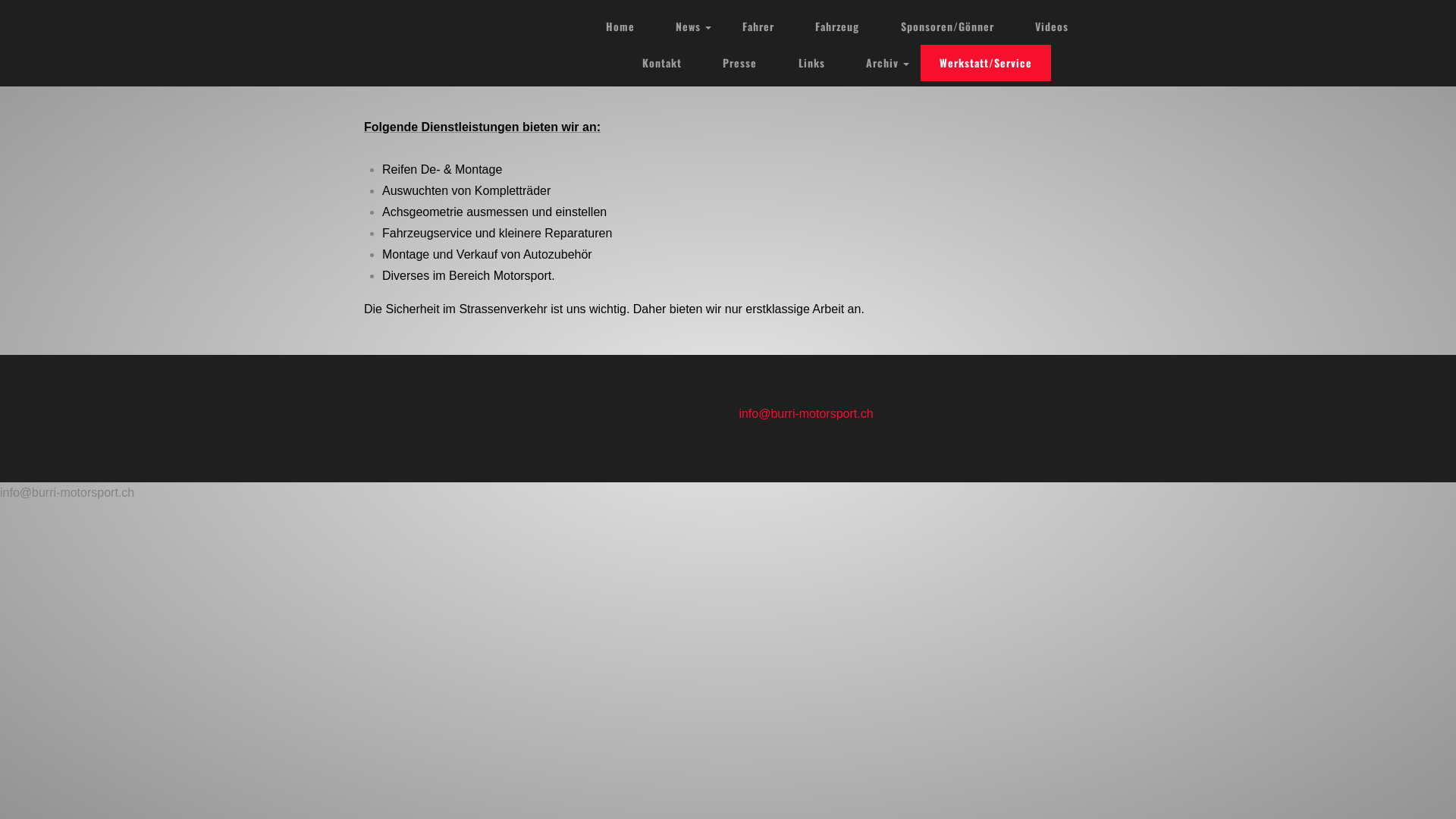 The image size is (1456, 819). What do you see at coordinates (1051, 26) in the screenshot?
I see `'Videos'` at bounding box center [1051, 26].